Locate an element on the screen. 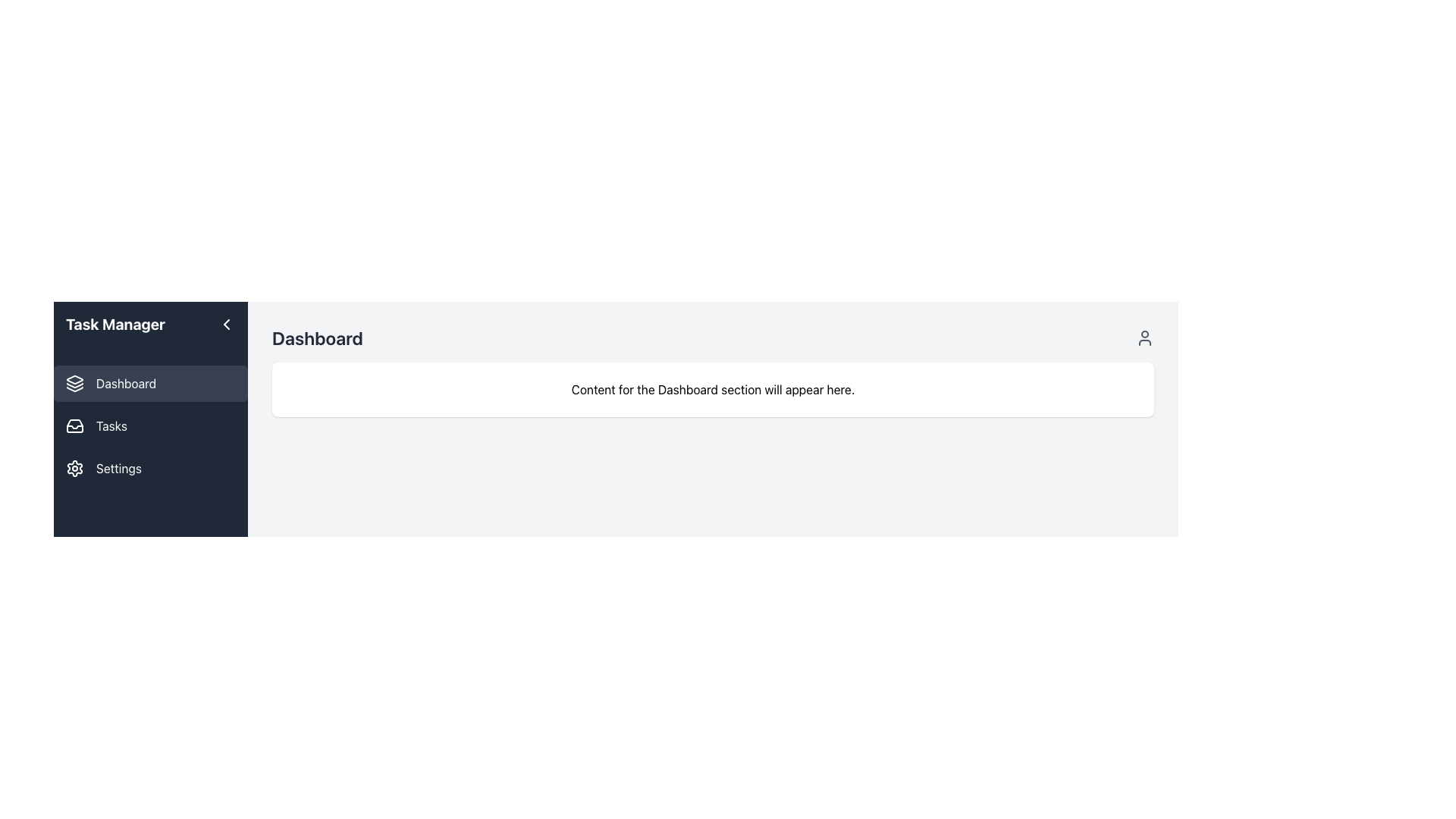  the inbox tray icon located on the left sidebar, under the 'Tasks' title and before the 'Settings' option is located at coordinates (74, 426).